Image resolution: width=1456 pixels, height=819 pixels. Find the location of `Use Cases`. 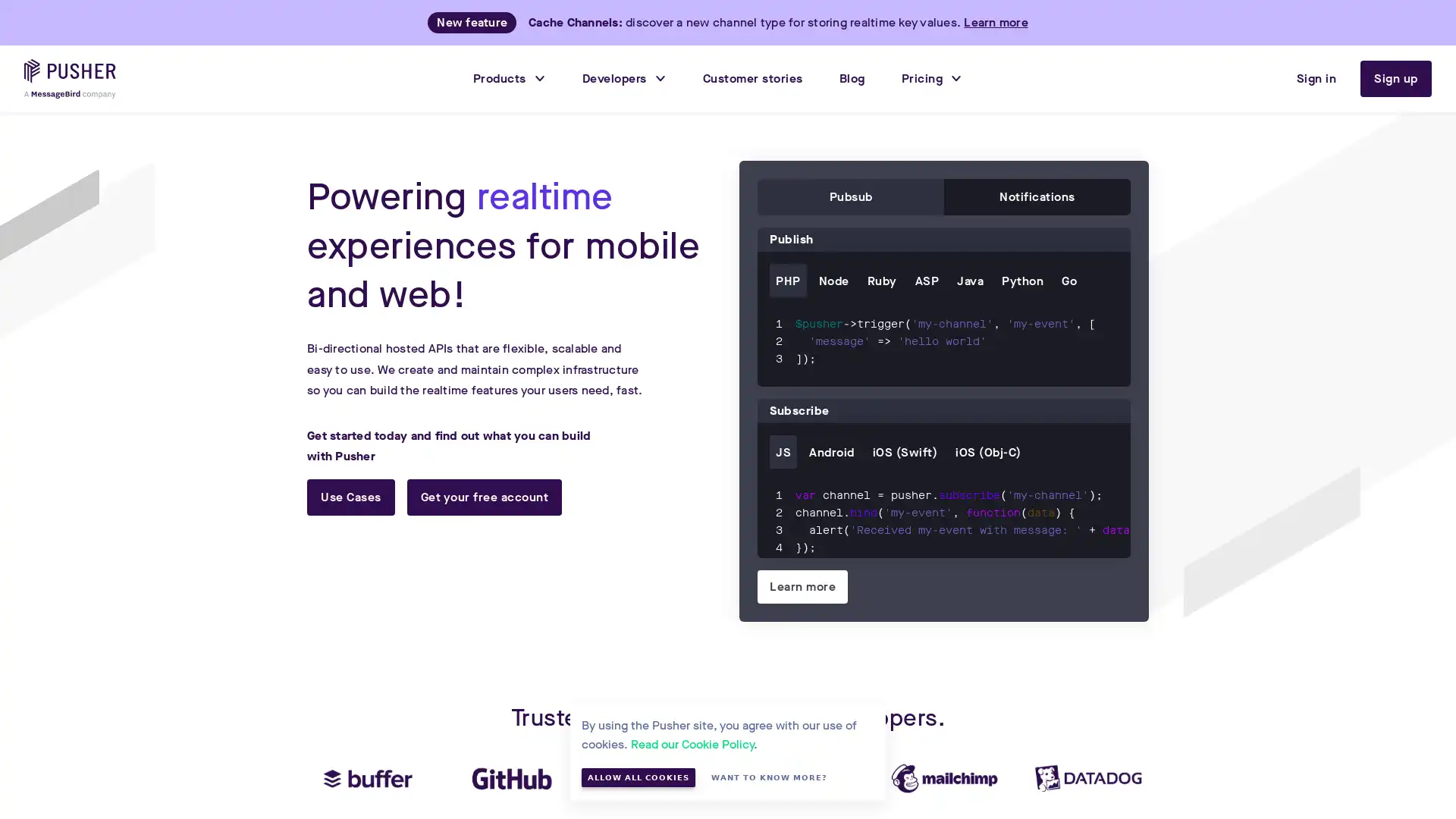

Use Cases is located at coordinates (350, 497).